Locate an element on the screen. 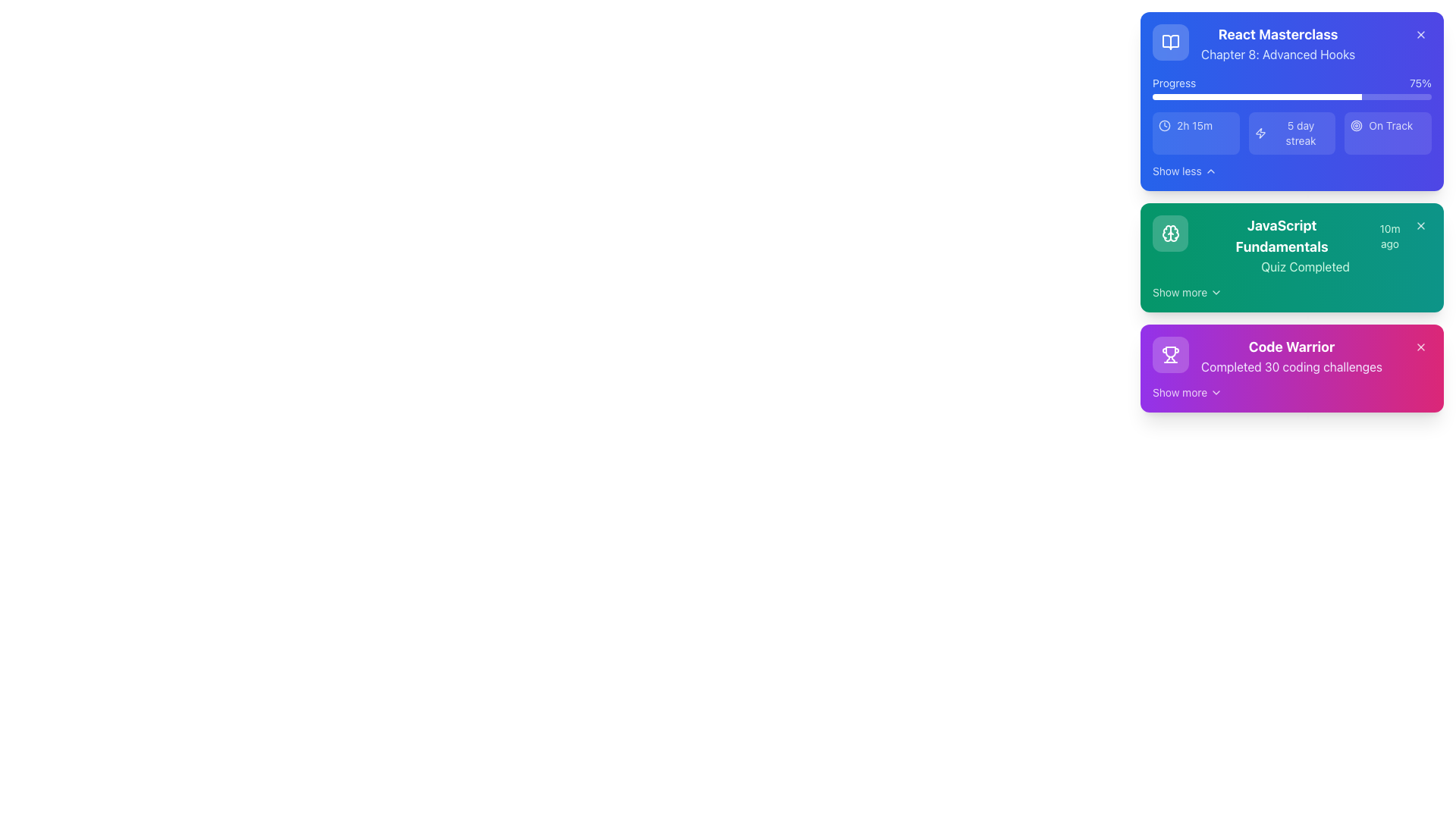 The width and height of the screenshot is (1456, 819). the icon-style close button, shaped as a cross or 'X', located in the top-right corner of the pink card labeled 'Code Warrior' is located at coordinates (1420, 347).